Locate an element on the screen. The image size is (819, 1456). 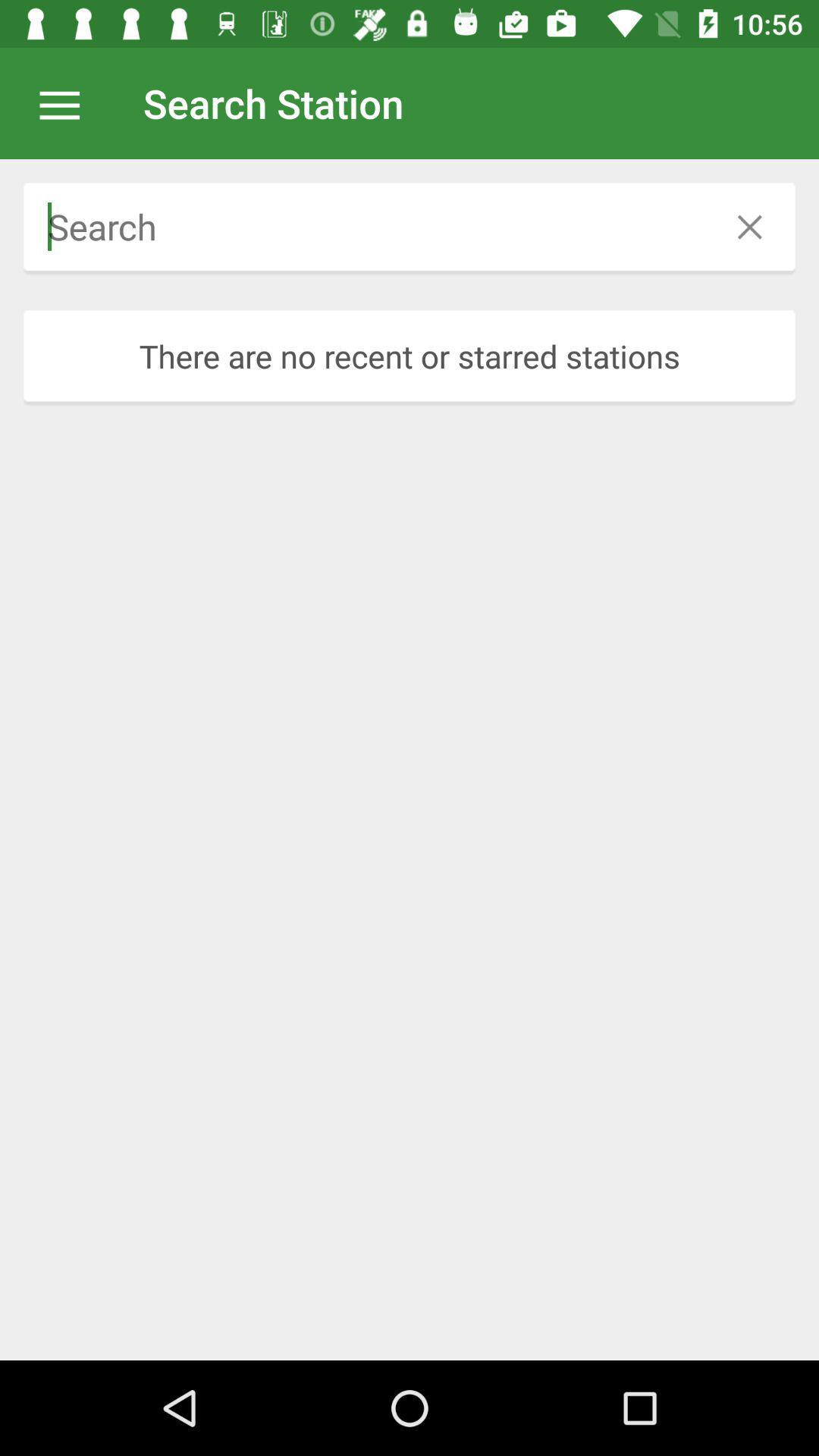
app to the left of the search station app is located at coordinates (67, 102).